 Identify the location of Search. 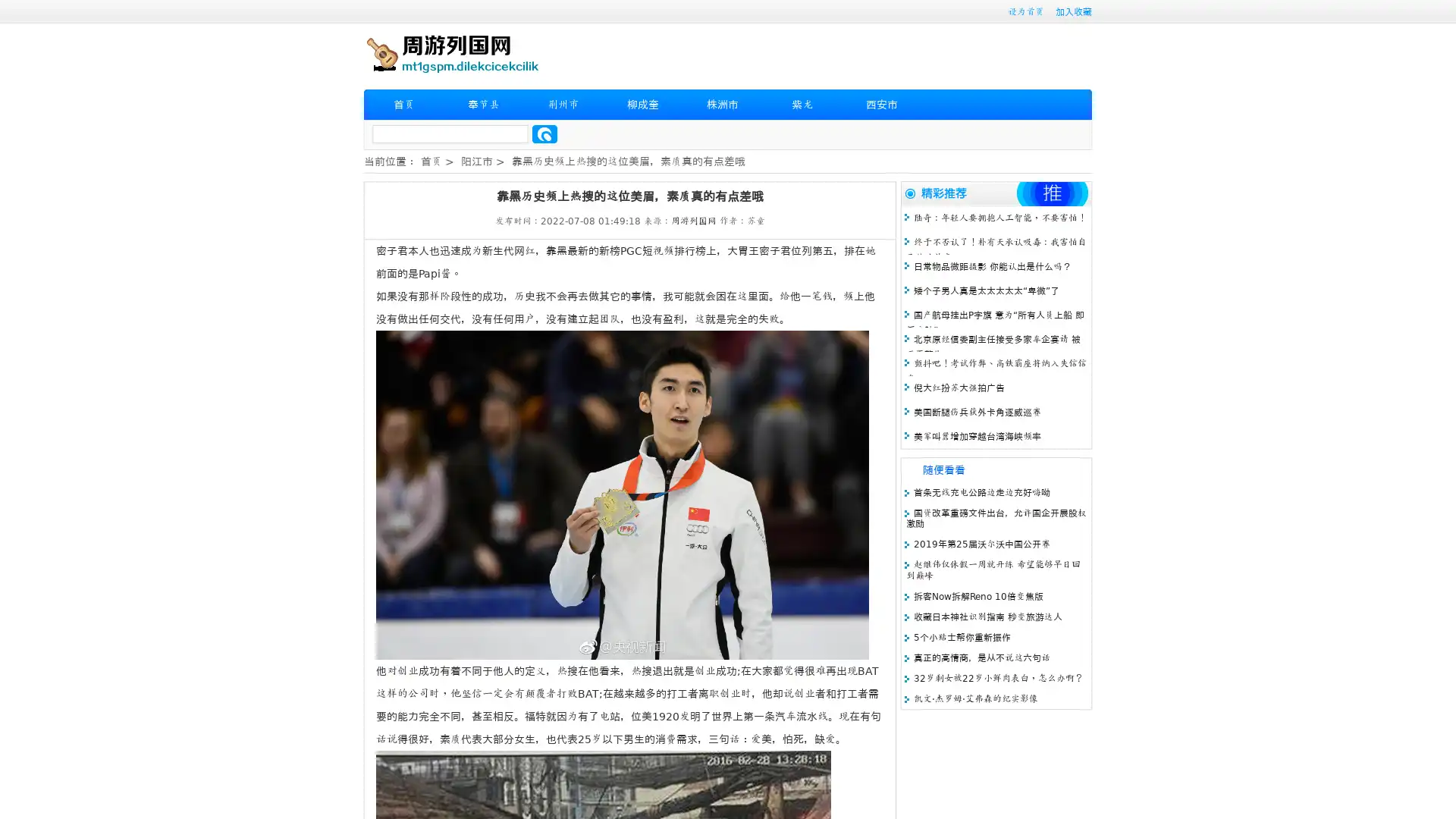
(544, 133).